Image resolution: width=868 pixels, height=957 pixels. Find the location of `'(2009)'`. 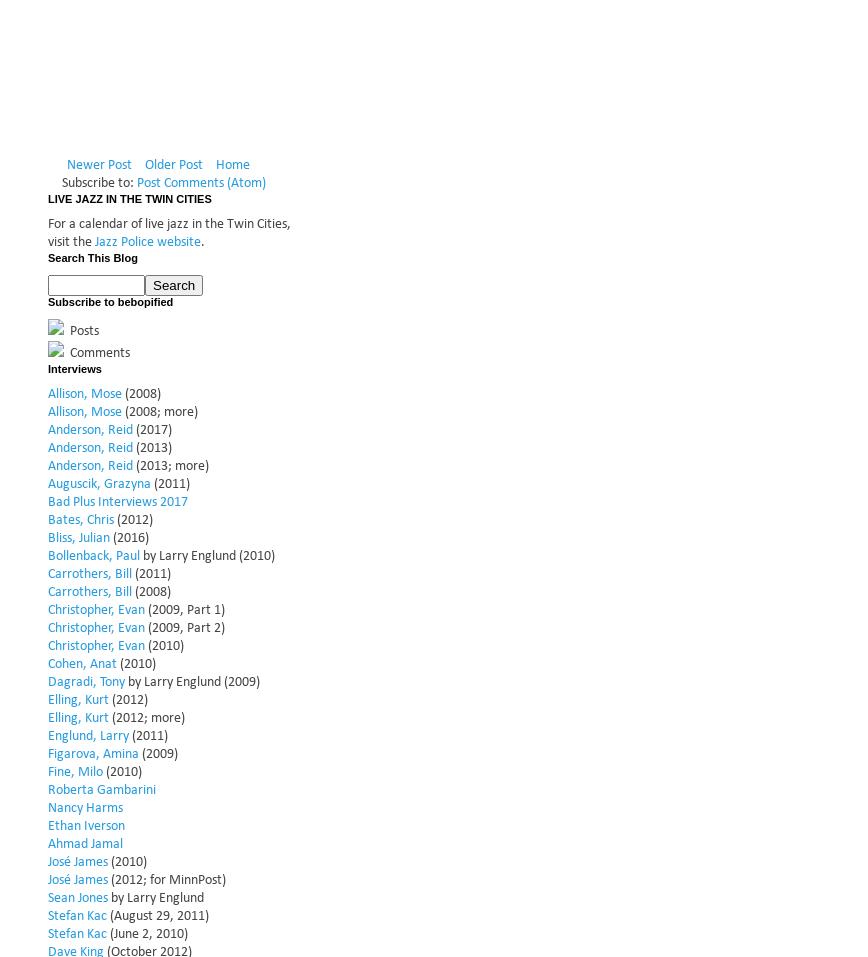

'(2009)' is located at coordinates (158, 753).